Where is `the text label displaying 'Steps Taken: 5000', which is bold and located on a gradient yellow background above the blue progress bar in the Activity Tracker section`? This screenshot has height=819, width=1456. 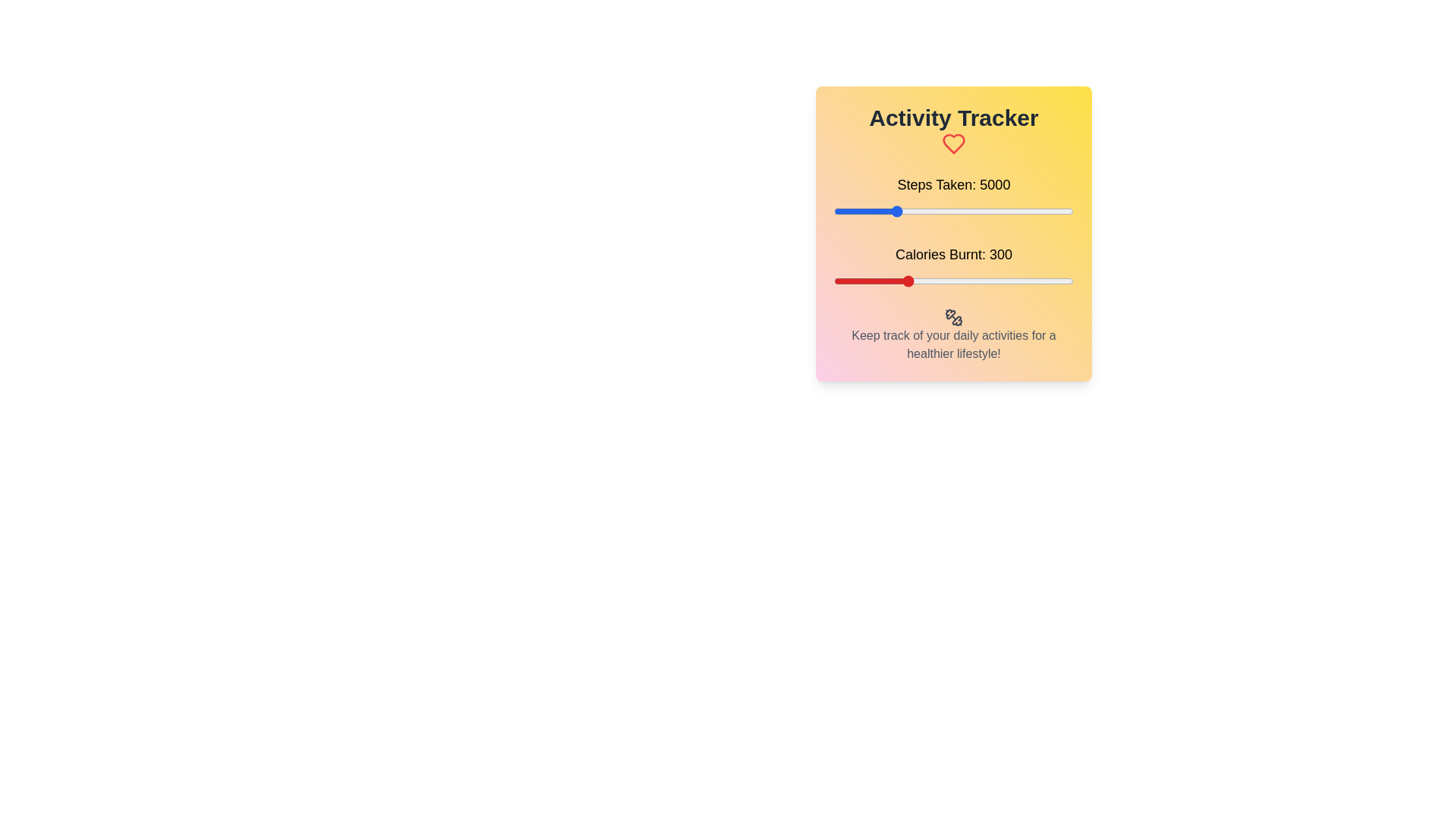
the text label displaying 'Steps Taken: 5000', which is bold and located on a gradient yellow background above the blue progress bar in the Activity Tracker section is located at coordinates (952, 184).